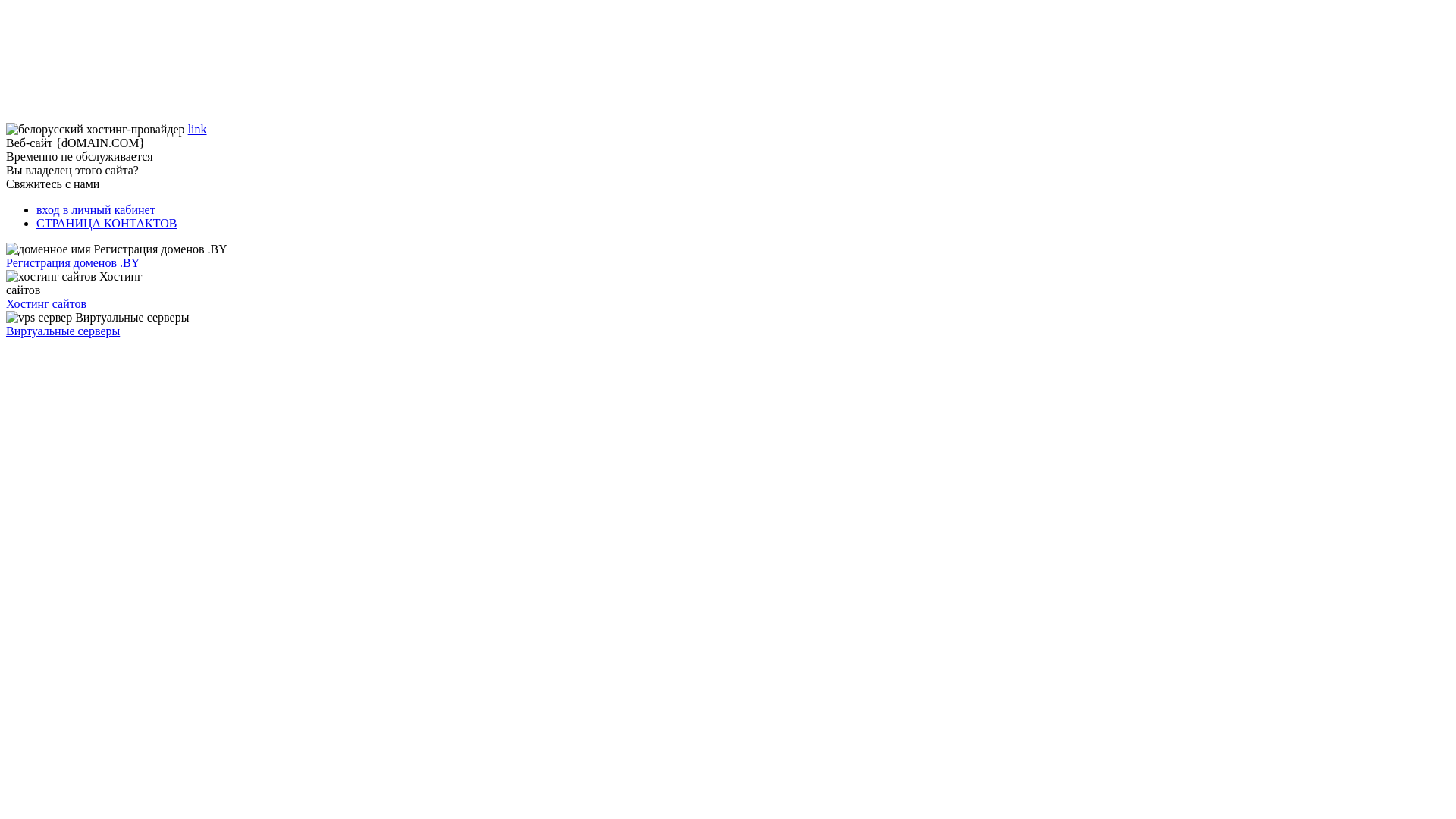 The image size is (1456, 819). I want to click on 'link', so click(196, 128).